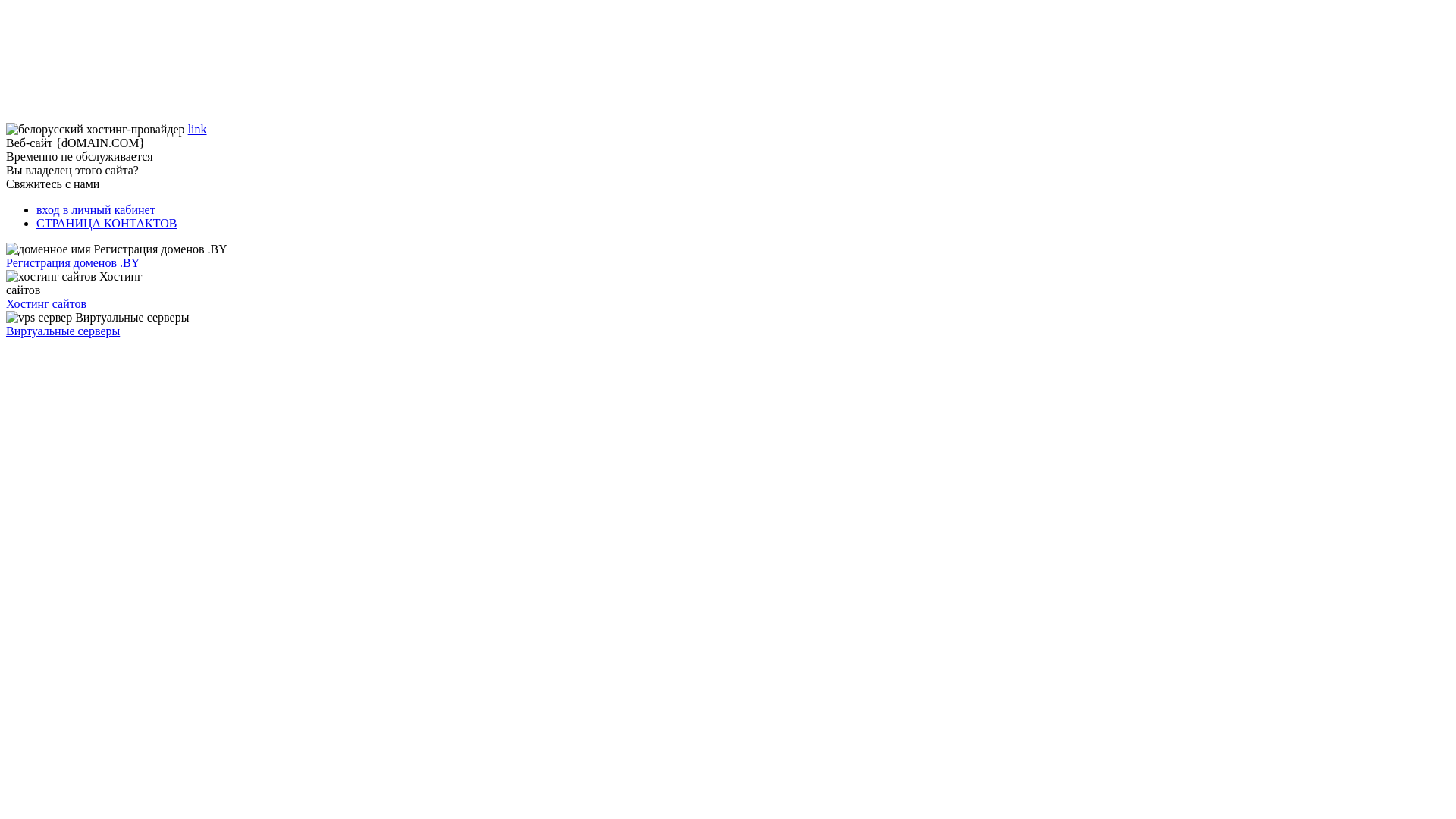 The image size is (1456, 819). I want to click on 'link', so click(196, 128).